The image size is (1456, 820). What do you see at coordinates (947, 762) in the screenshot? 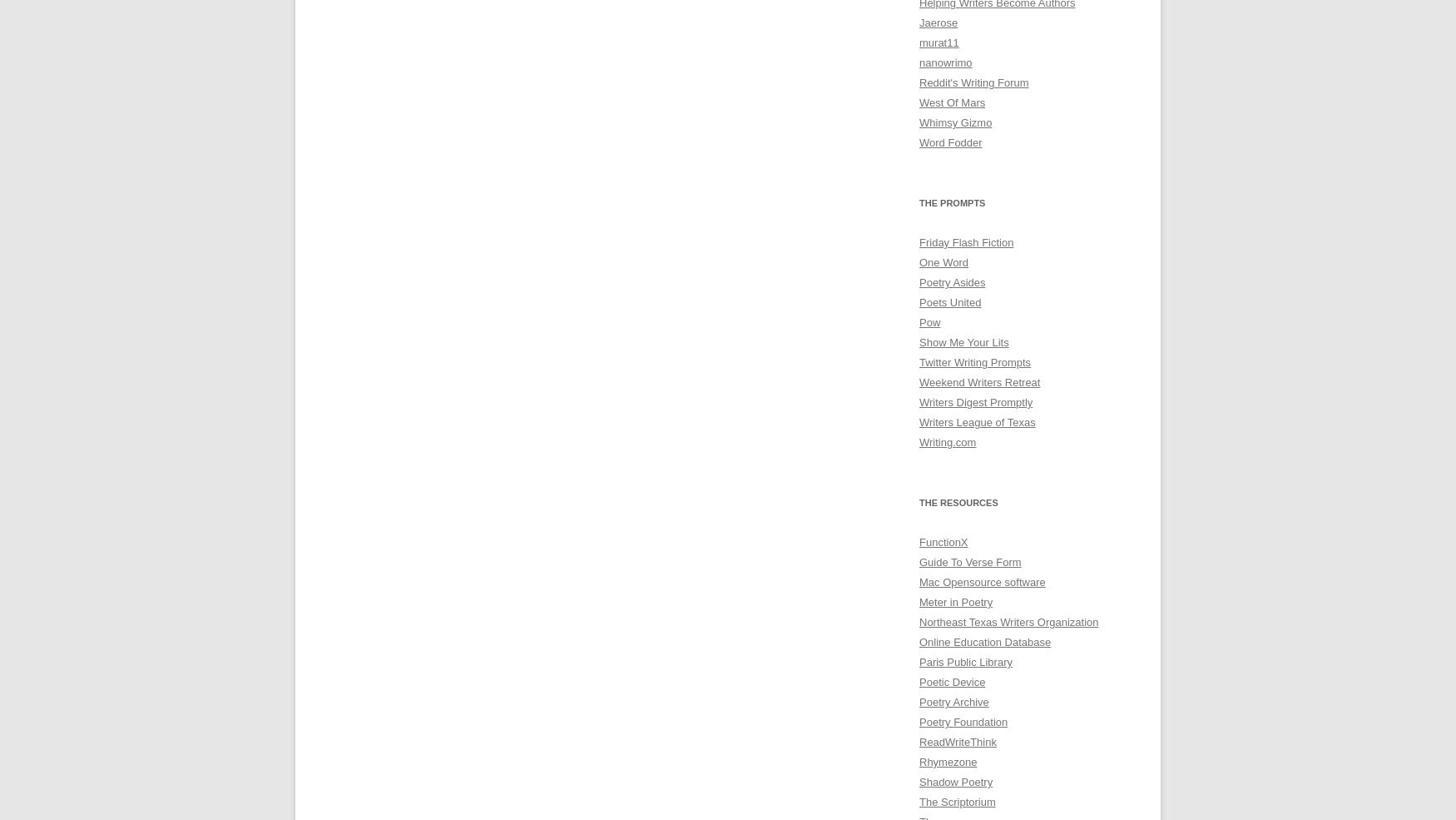
I see `'Rhymezone'` at bounding box center [947, 762].